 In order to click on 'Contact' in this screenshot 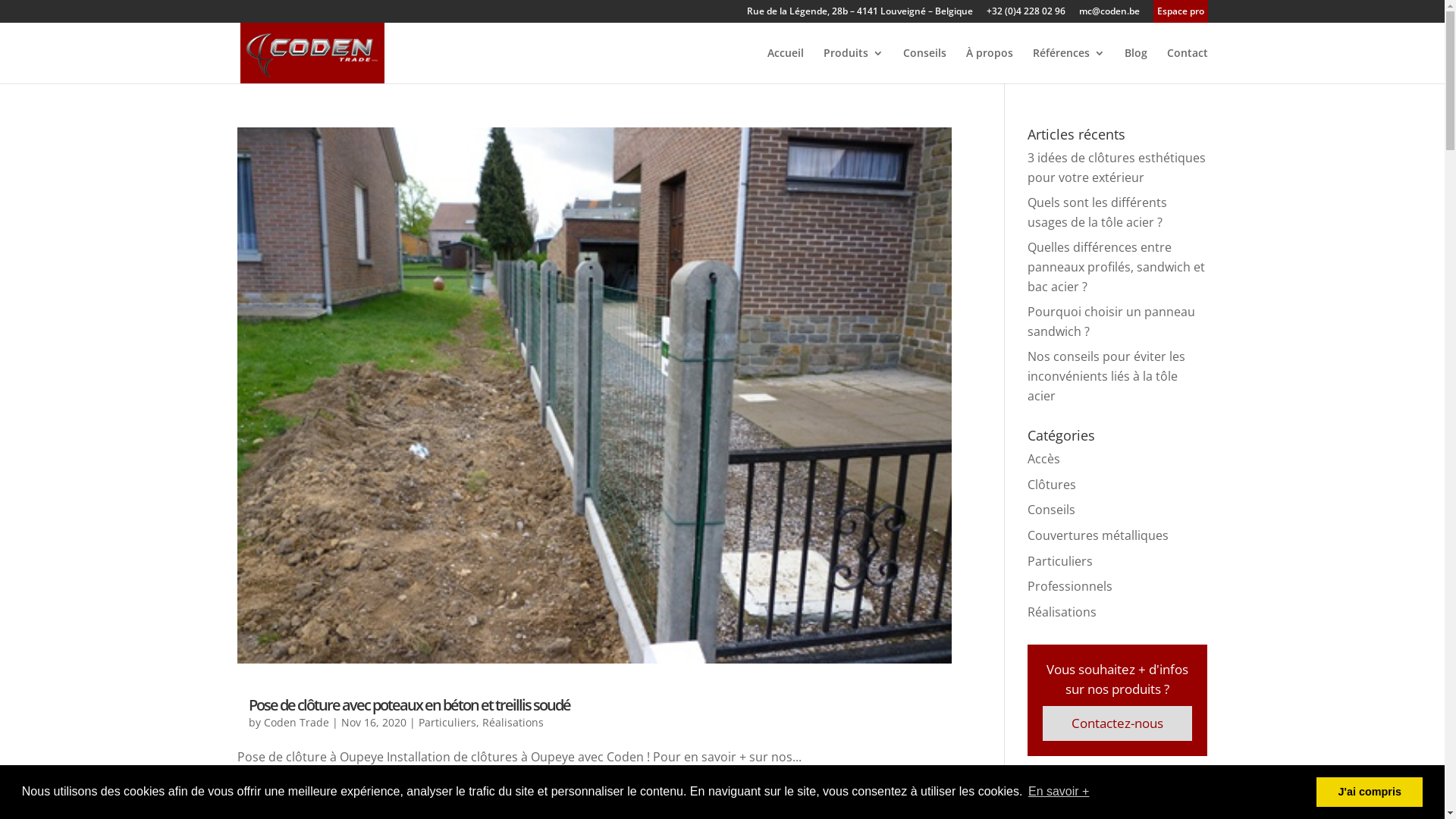, I will do `click(1185, 64)`.